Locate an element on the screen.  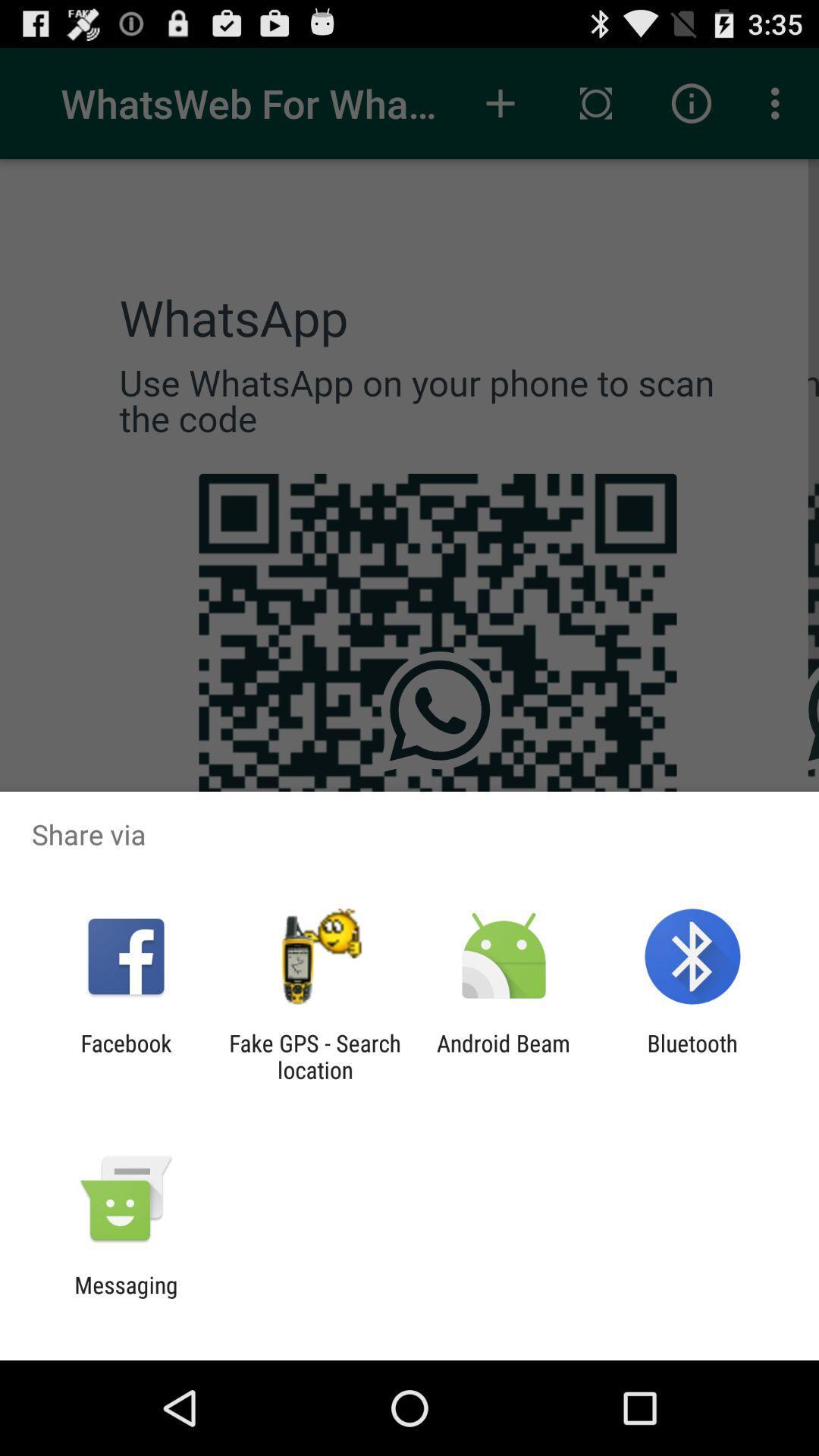
facebook app is located at coordinates (125, 1056).